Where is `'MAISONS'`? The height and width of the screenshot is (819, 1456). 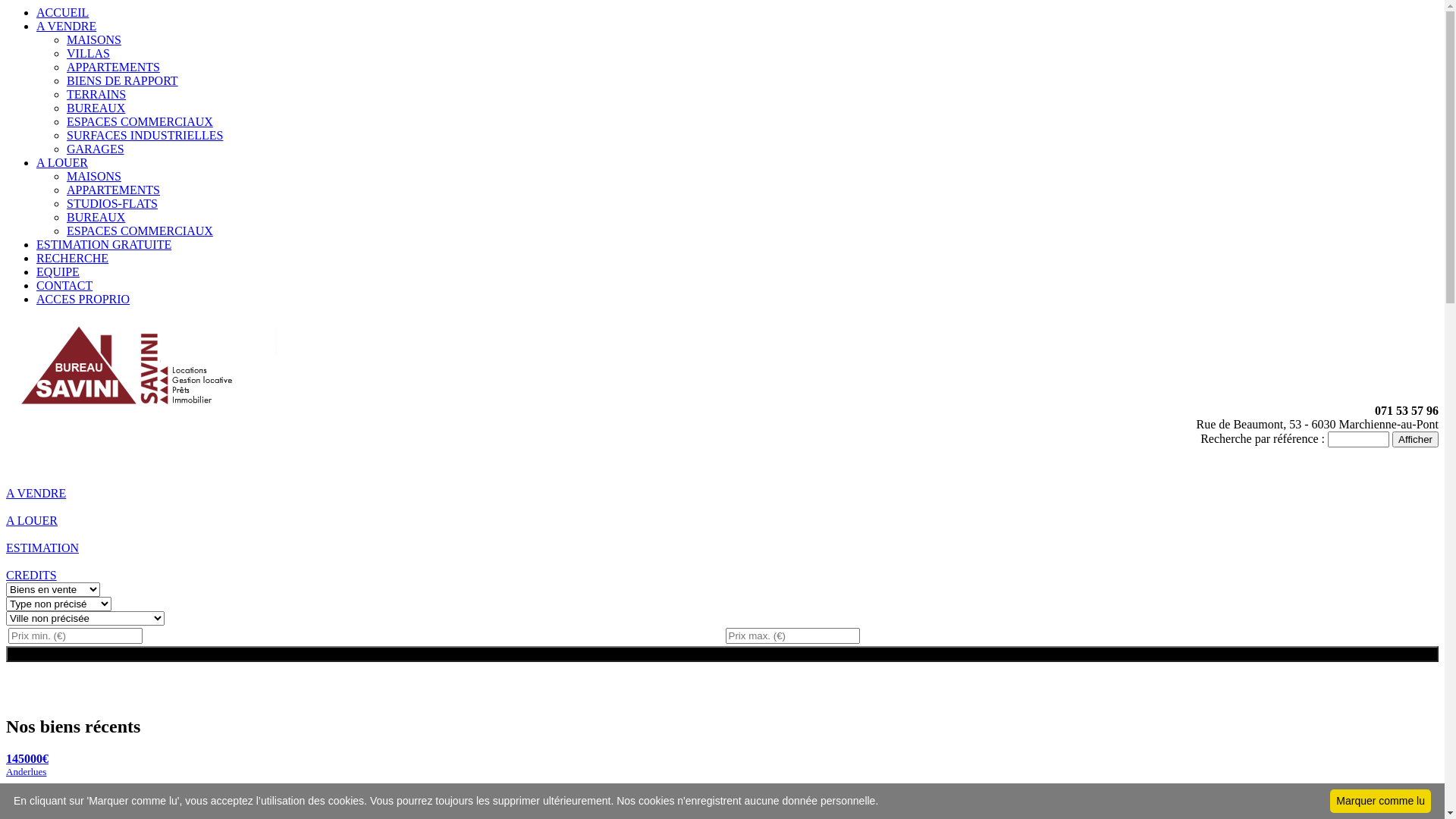
'MAISONS' is located at coordinates (93, 175).